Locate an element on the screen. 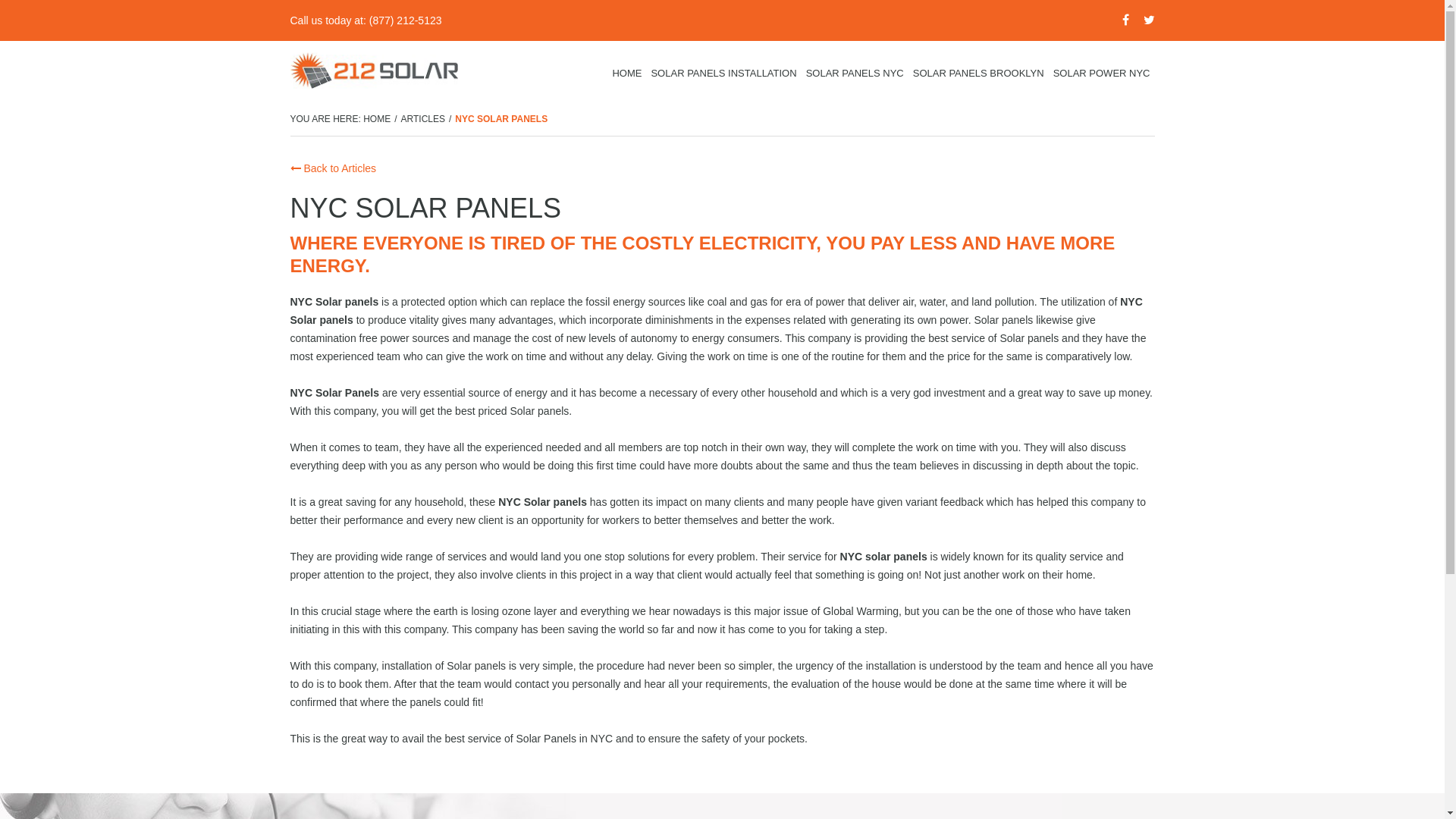  'ARTICLES' is located at coordinates (422, 118).